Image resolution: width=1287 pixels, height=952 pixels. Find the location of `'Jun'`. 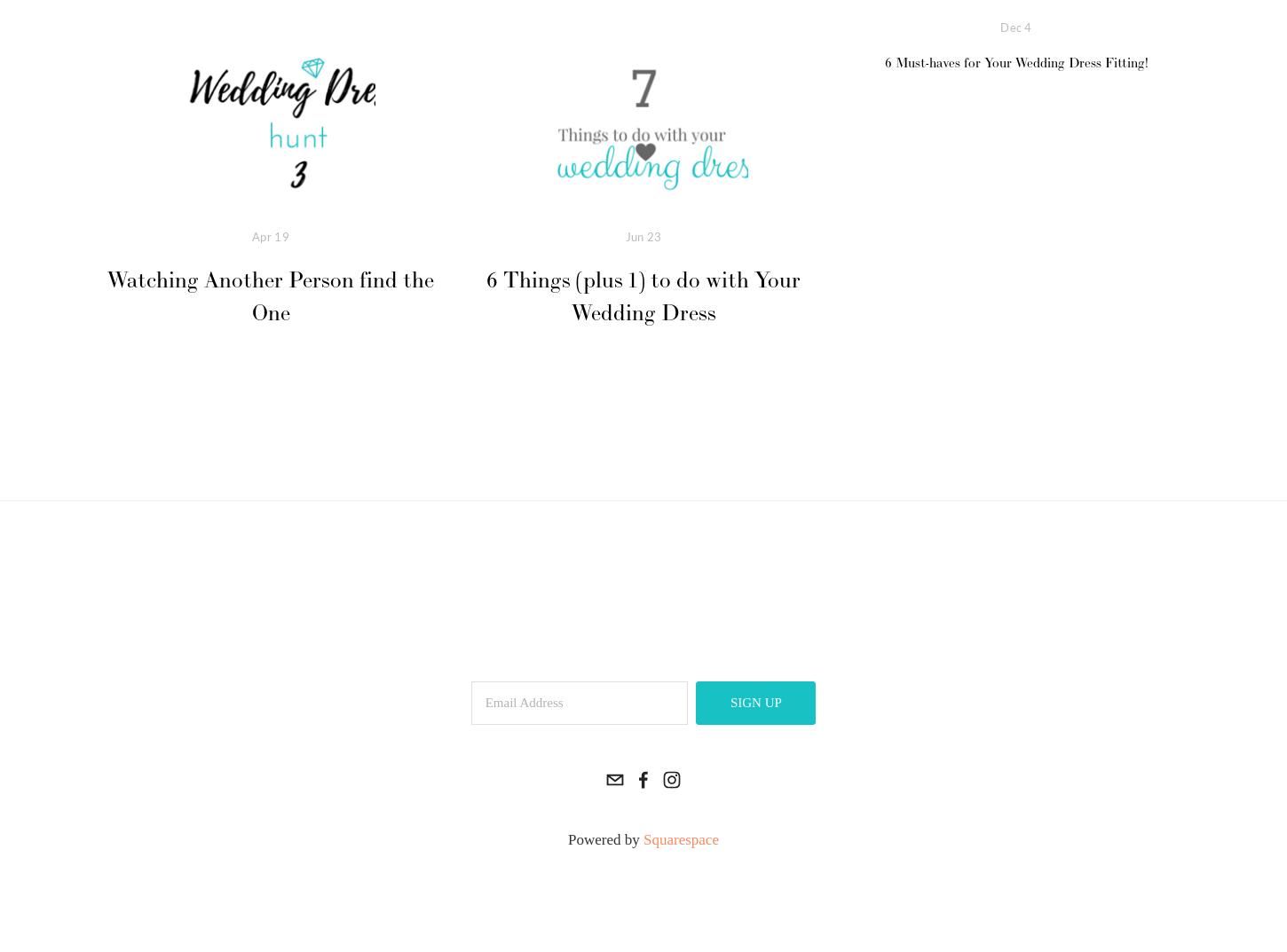

'Jun' is located at coordinates (635, 235).